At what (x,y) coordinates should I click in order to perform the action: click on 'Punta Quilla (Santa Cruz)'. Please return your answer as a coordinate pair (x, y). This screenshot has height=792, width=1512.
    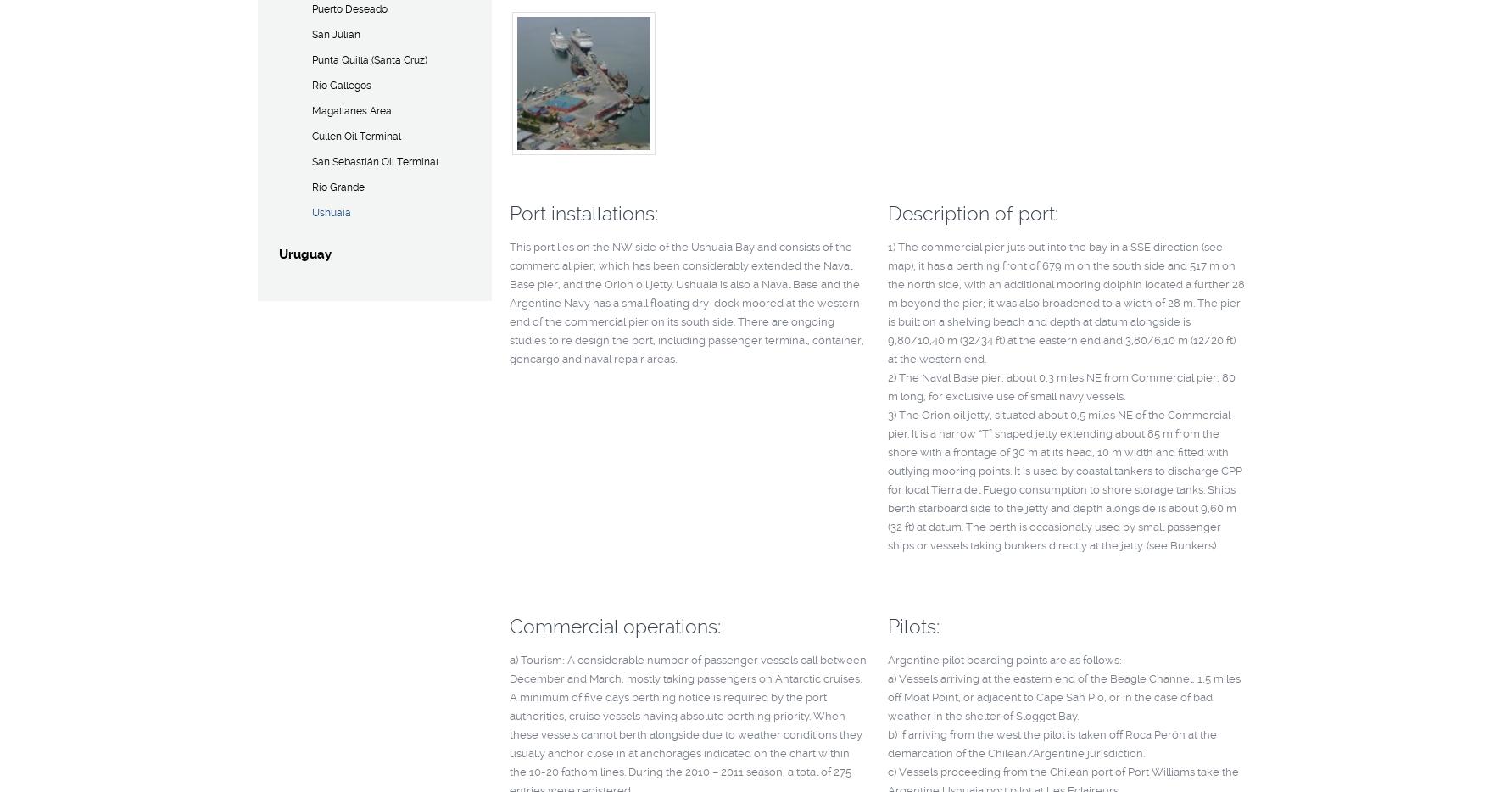
    Looking at the image, I should click on (369, 59).